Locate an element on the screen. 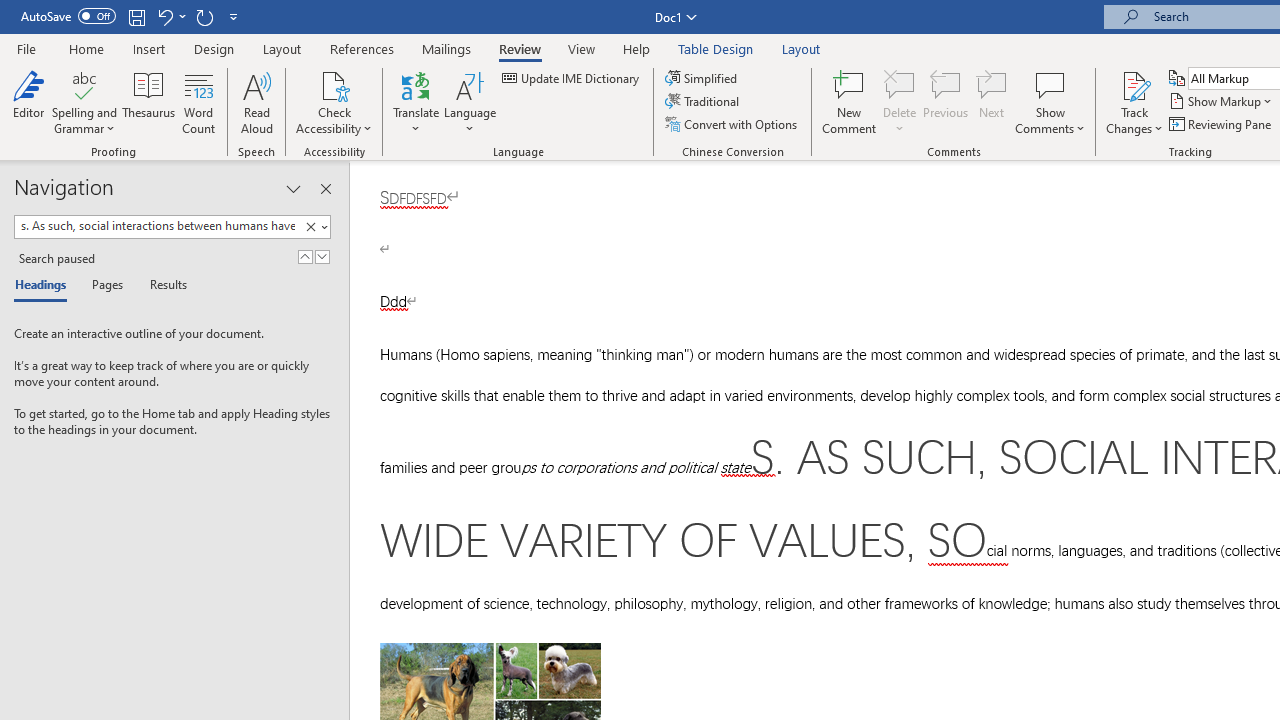 This screenshot has width=1280, height=720. 'Thesaurus...' is located at coordinates (148, 103).